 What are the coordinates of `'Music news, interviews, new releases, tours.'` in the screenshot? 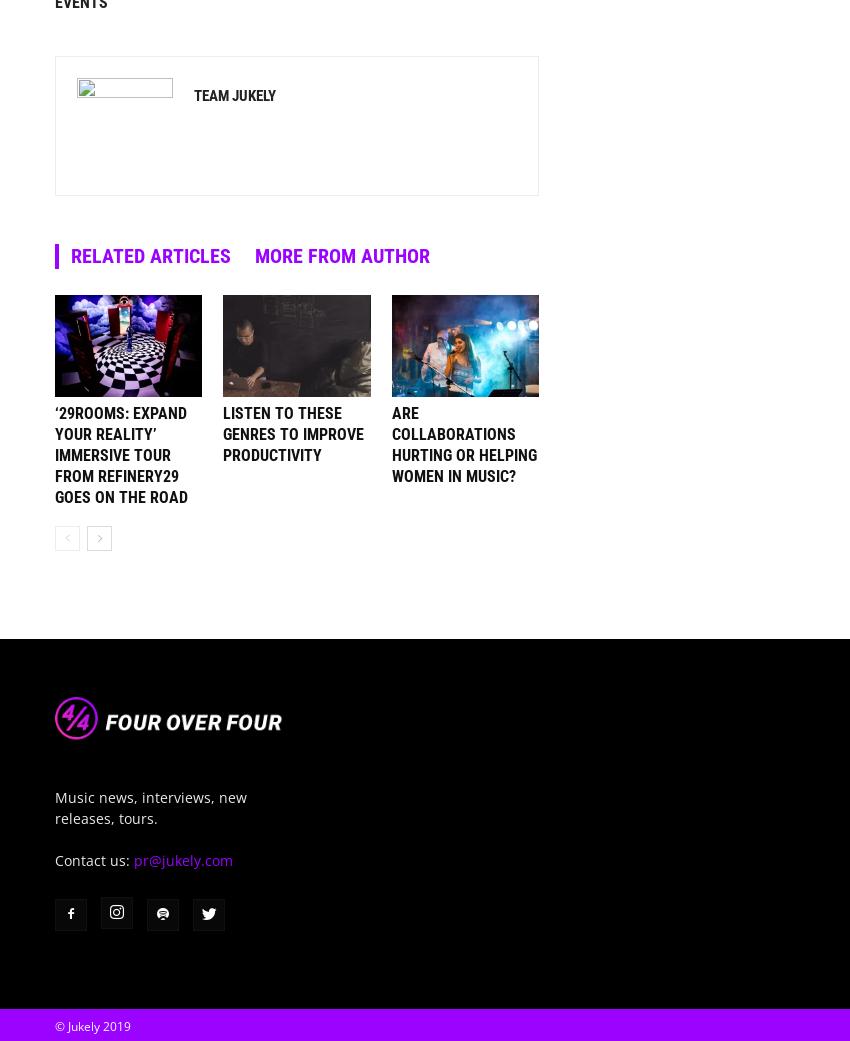 It's located at (150, 808).